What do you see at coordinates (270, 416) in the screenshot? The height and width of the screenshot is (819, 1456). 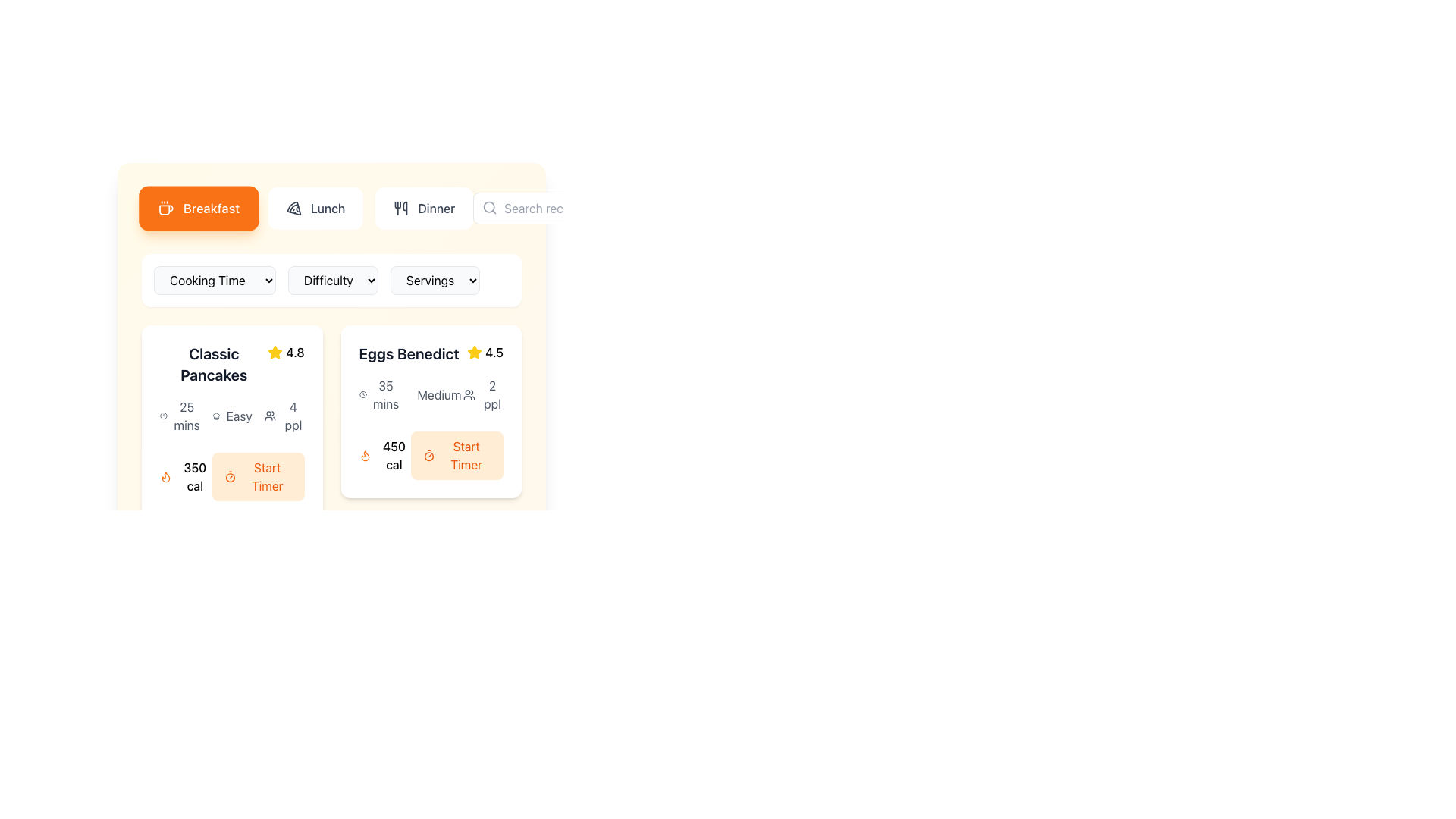 I see `the icon that visually represents a group of individuals, located to the left of the text '4 ppl' which indicates the number of servings or participants` at bounding box center [270, 416].